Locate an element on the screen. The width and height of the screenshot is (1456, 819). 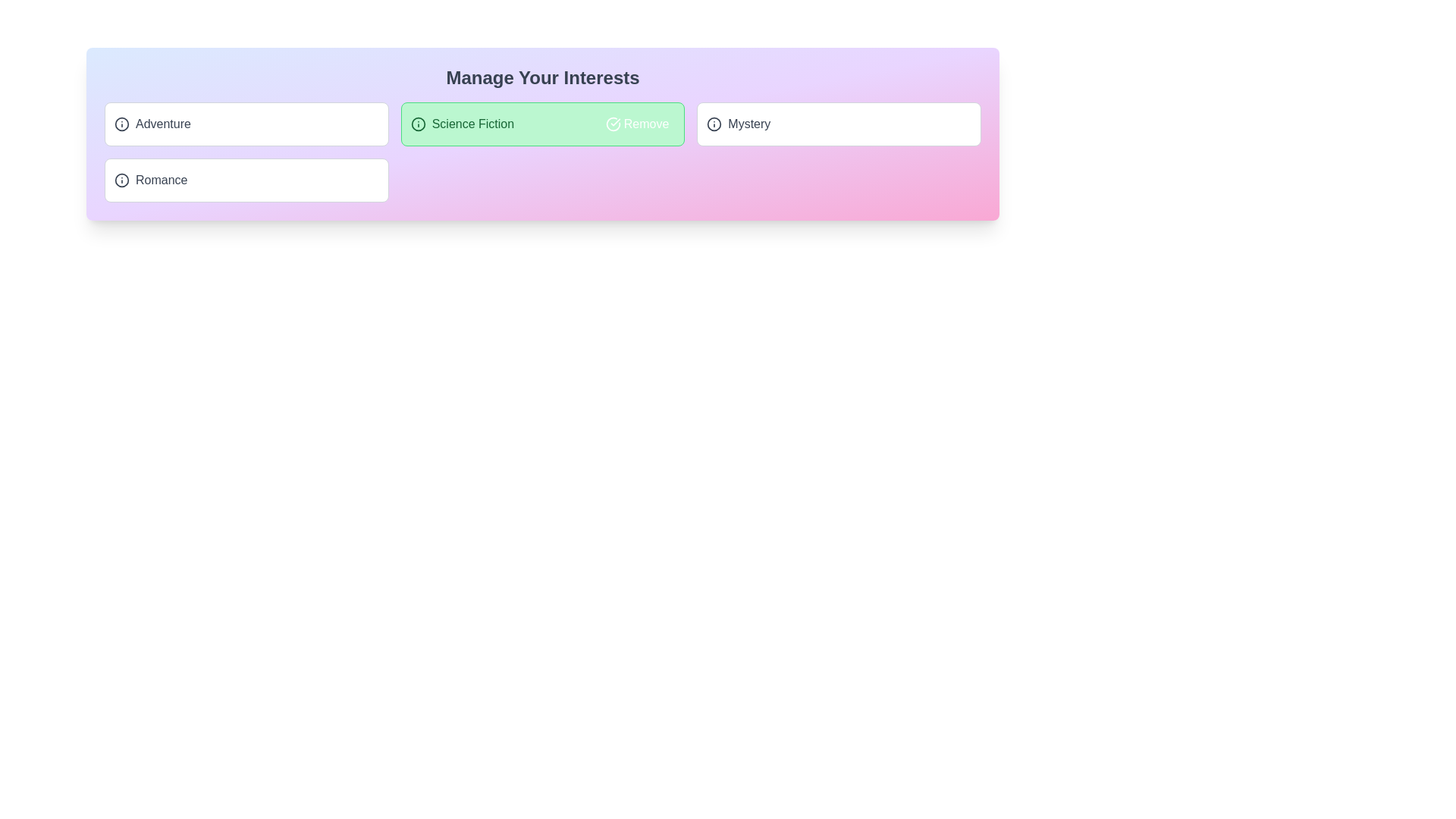
the tag Adventure by clicking on it is located at coordinates (246, 124).